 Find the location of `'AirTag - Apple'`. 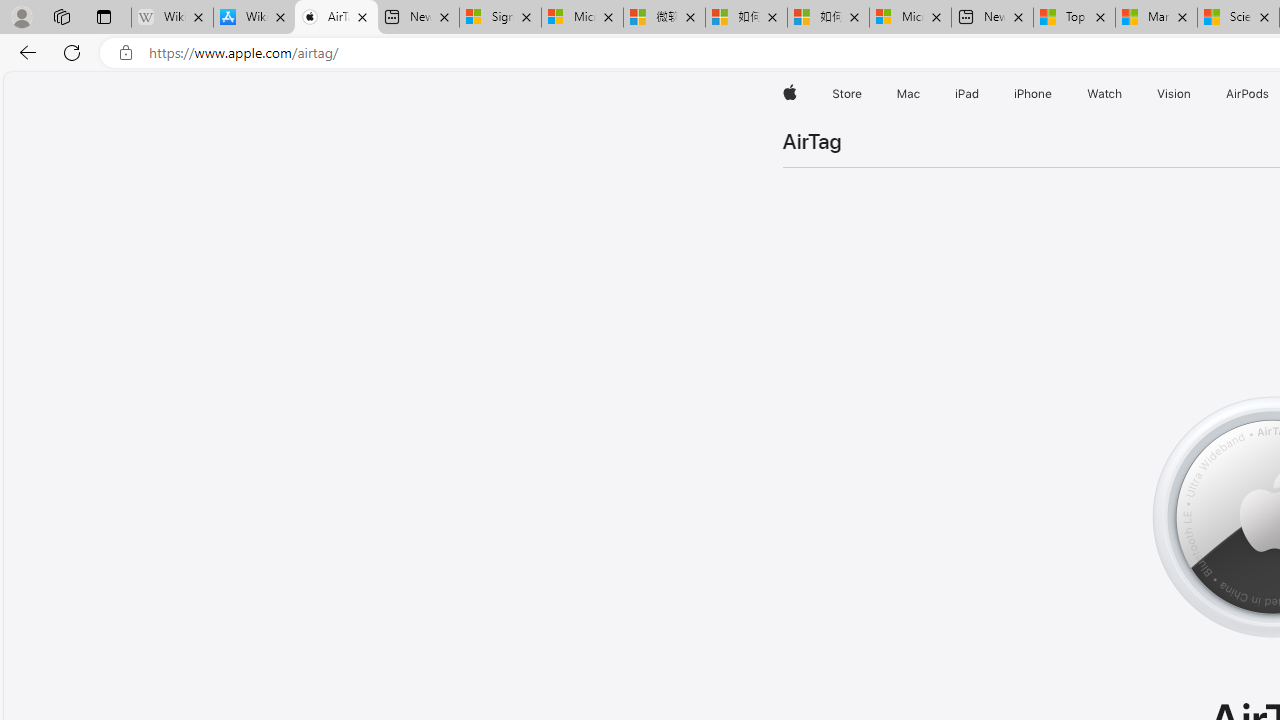

'AirTag - Apple' is located at coordinates (336, 17).